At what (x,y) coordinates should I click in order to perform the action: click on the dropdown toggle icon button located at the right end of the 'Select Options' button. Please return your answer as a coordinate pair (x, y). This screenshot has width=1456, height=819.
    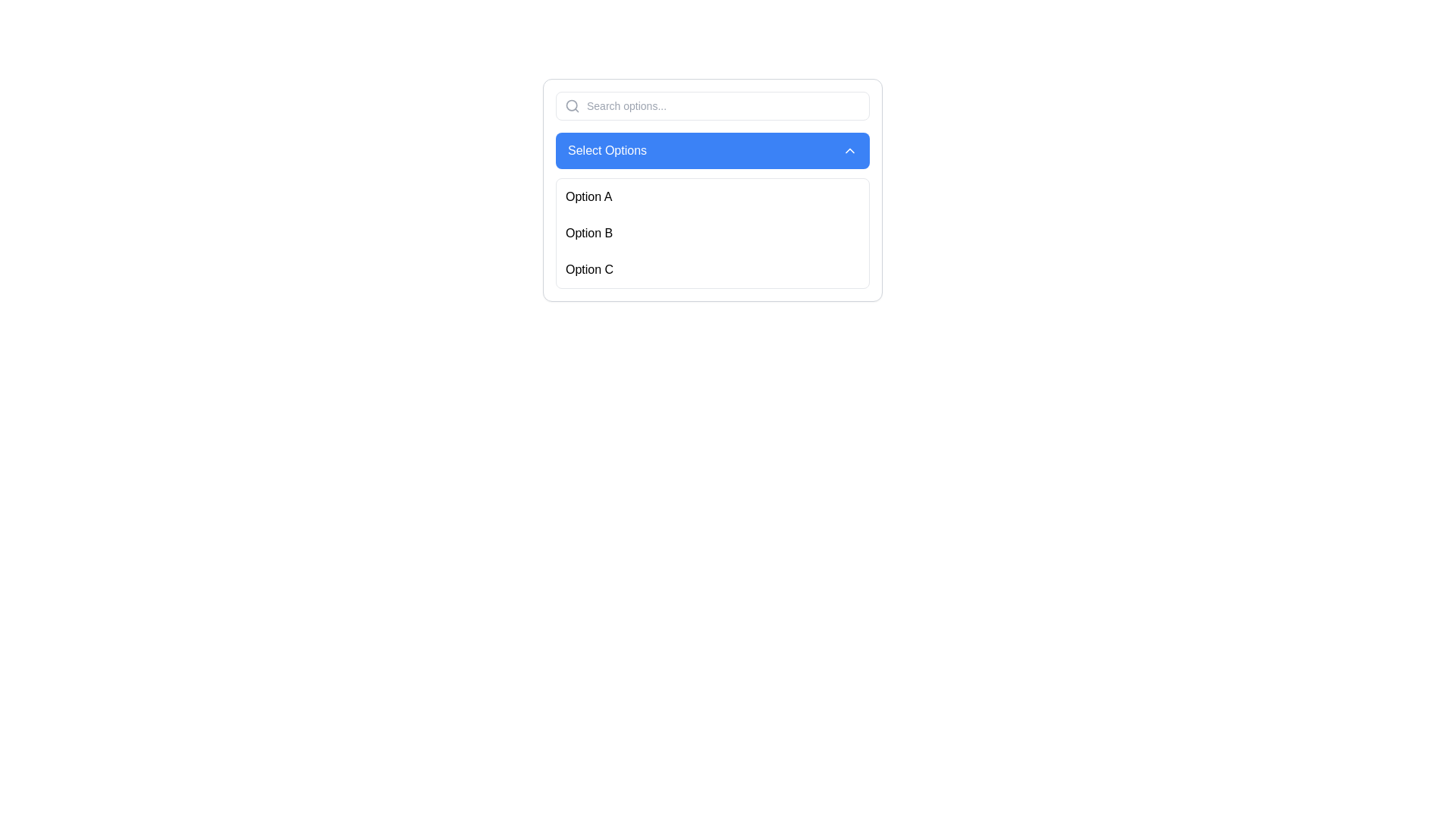
    Looking at the image, I should click on (850, 151).